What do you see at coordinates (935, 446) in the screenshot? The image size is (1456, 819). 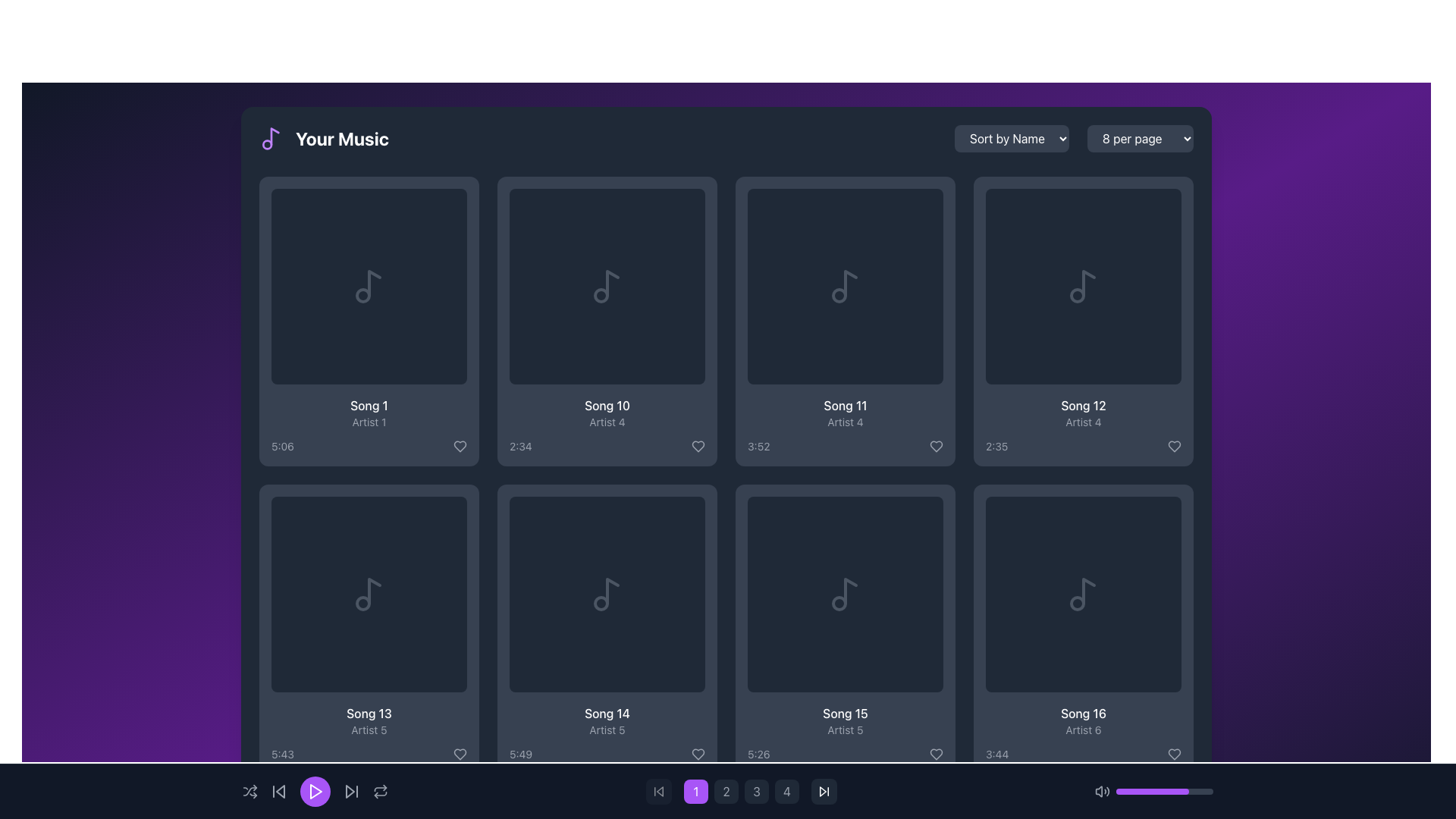 I see `the favorite indicator icon located in the third column of the top-most row beneath the title 'Song 11' to mark it as a favorite` at bounding box center [935, 446].